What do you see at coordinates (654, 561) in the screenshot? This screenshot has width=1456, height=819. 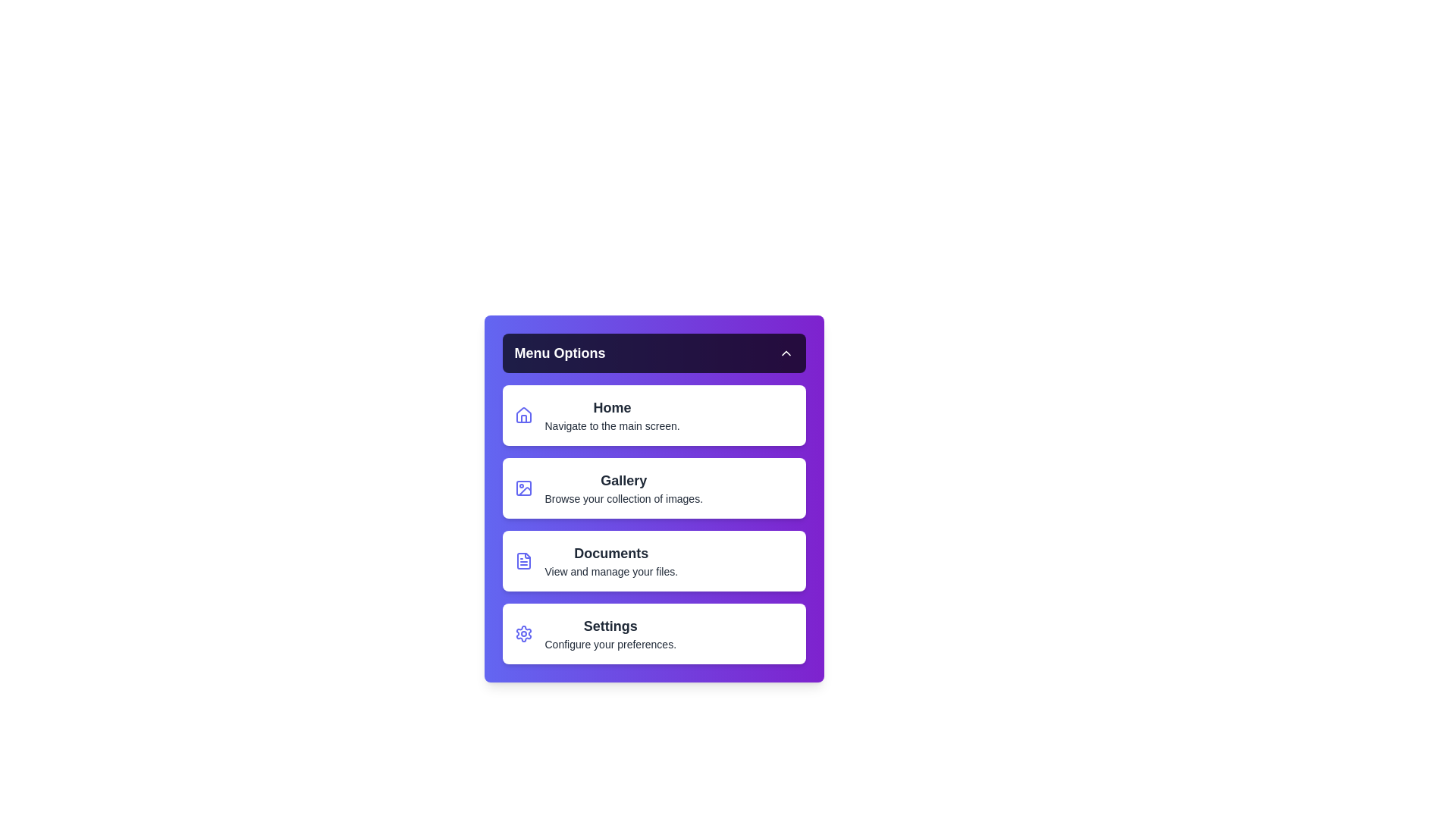 I see `the menu item Documents to observe visual changes` at bounding box center [654, 561].